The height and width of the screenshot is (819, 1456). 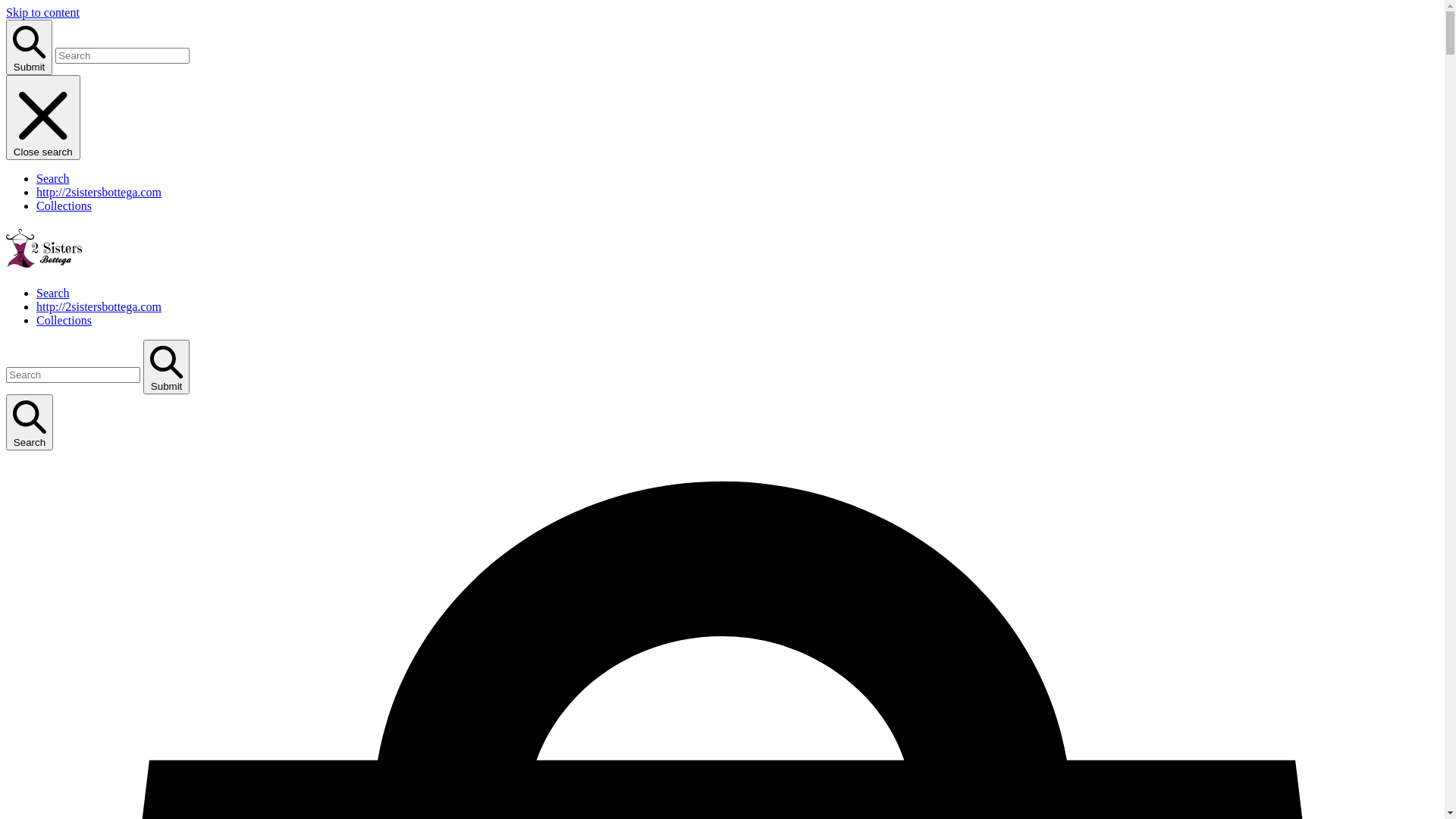 What do you see at coordinates (42, 12) in the screenshot?
I see `'Skip to content'` at bounding box center [42, 12].